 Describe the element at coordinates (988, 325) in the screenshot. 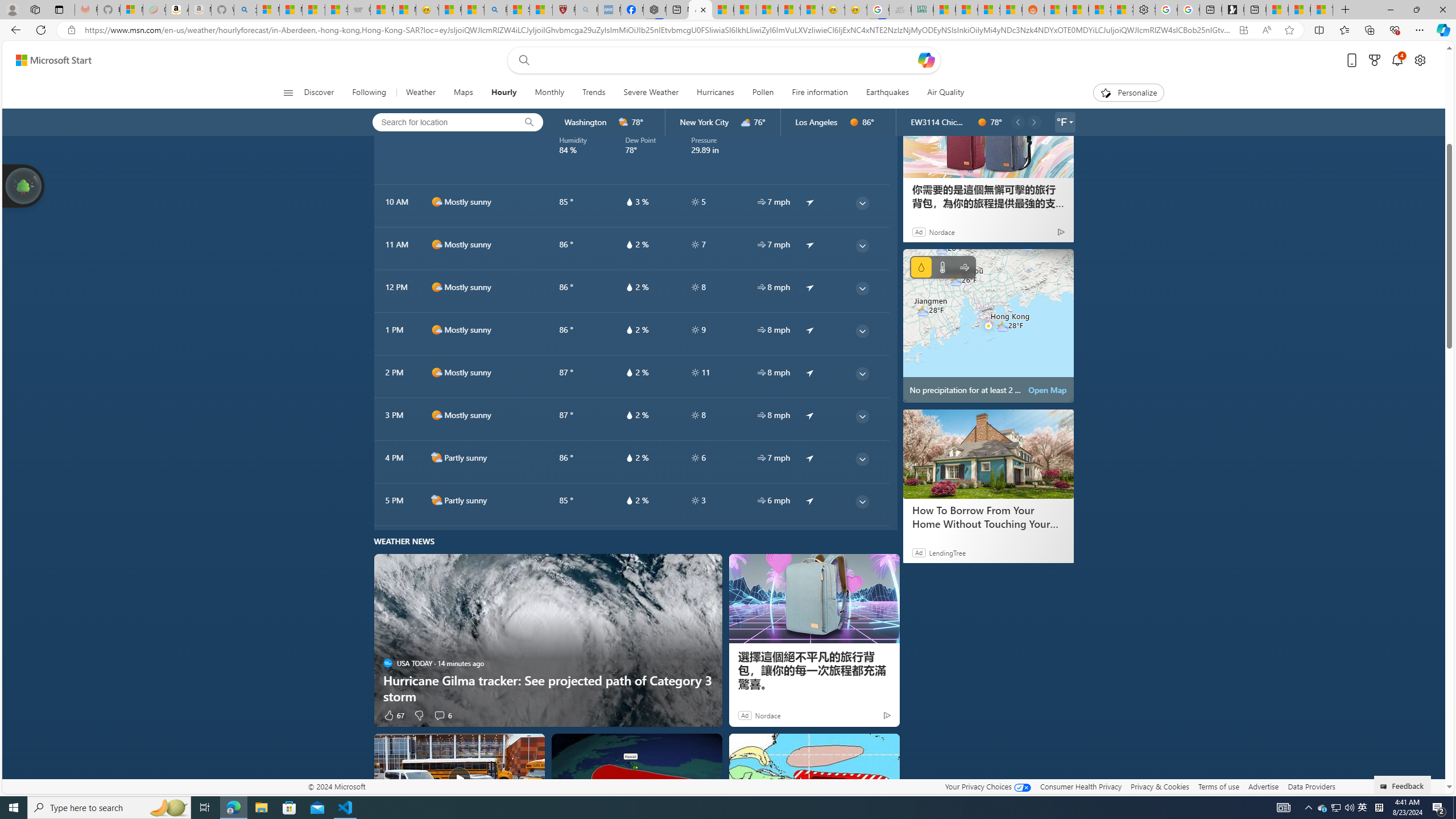

I see `'static map image of vector map'` at that location.